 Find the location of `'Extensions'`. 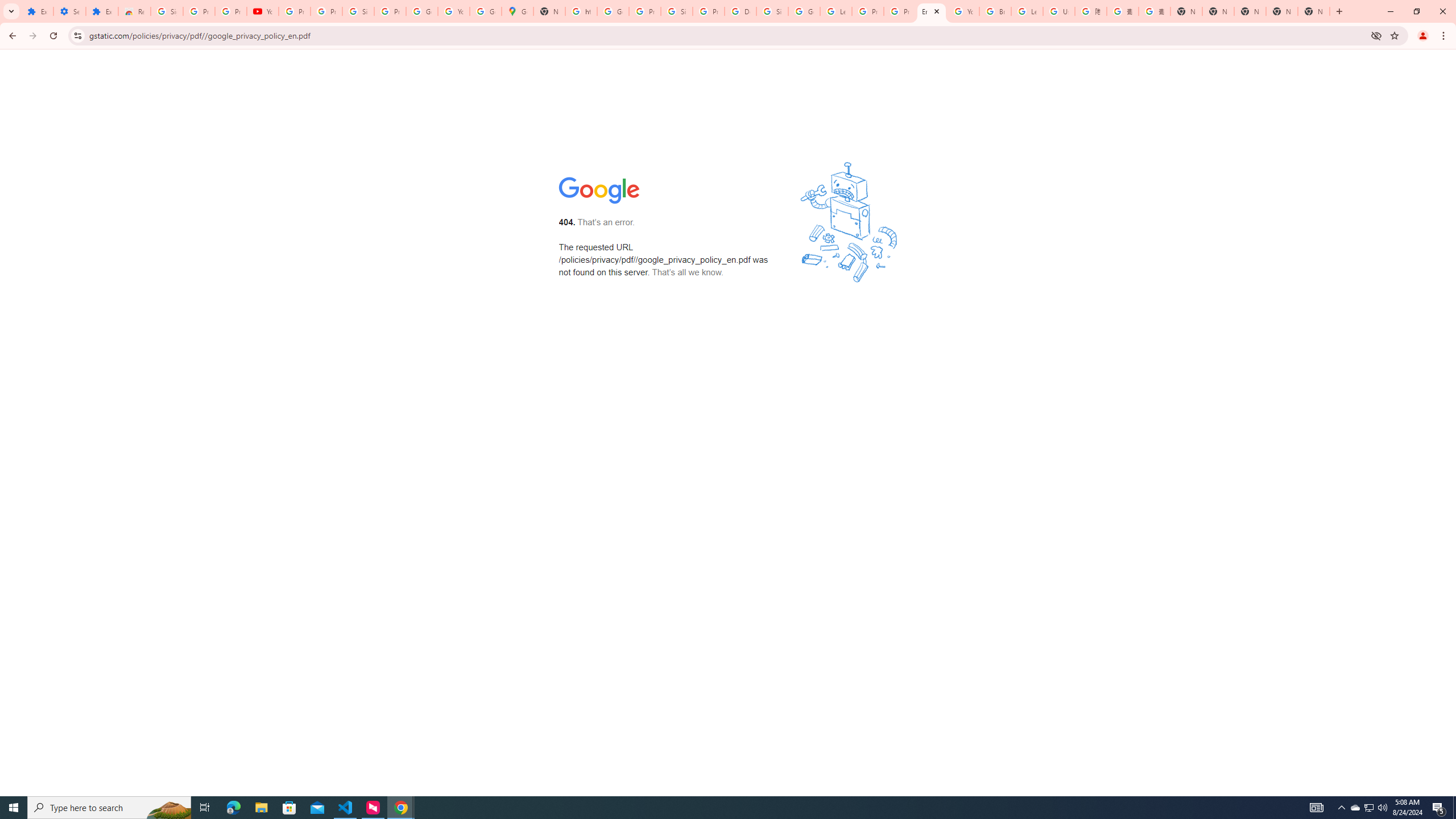

'Extensions' is located at coordinates (37, 11).